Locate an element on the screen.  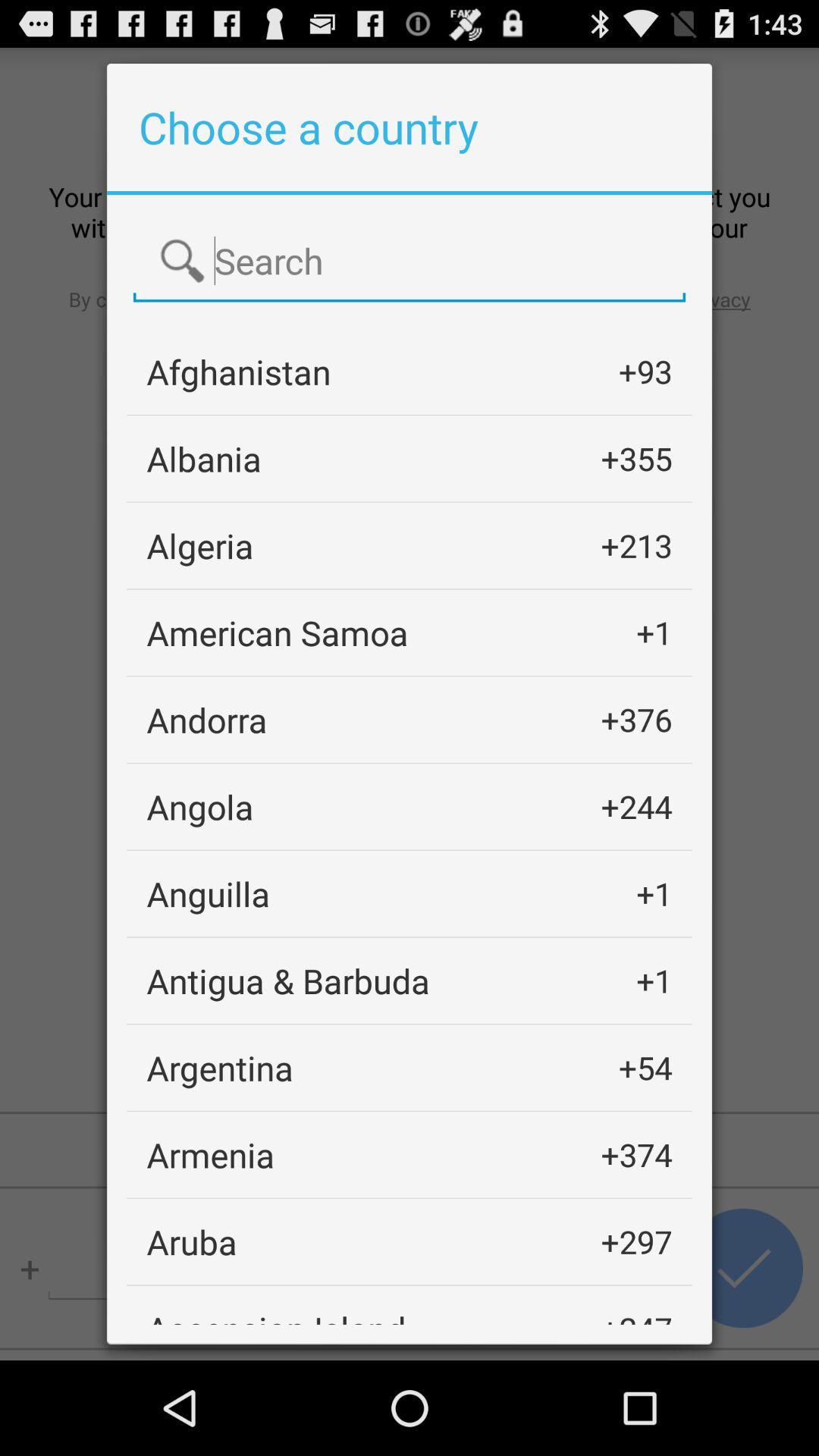
app next to the armenia icon is located at coordinates (636, 1153).